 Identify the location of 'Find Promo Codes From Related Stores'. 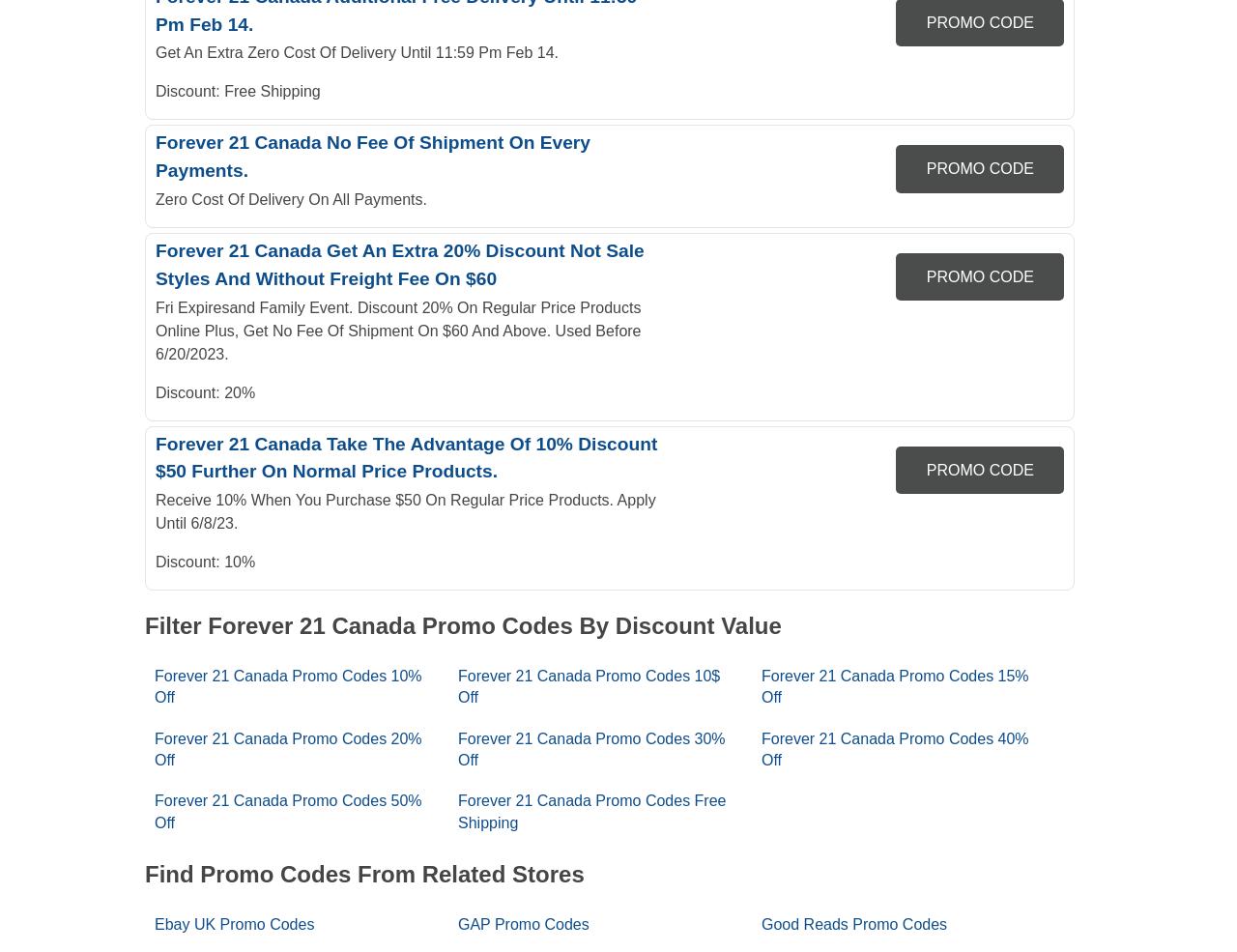
(363, 874).